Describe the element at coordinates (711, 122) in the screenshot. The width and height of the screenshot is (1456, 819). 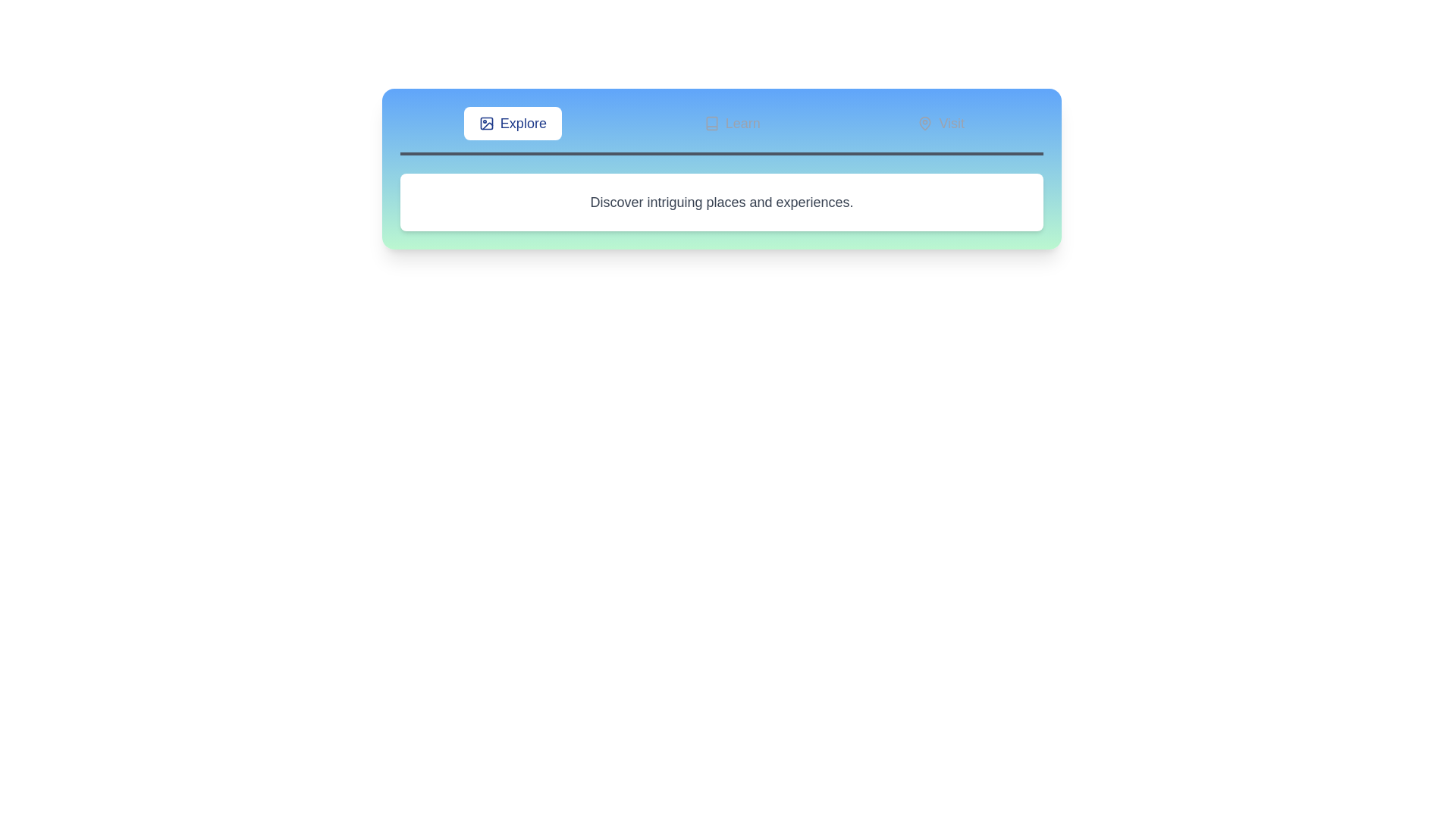
I see `the 'Learn' button which contains a book icon positioned to the left of the text label 'Learn'` at that location.